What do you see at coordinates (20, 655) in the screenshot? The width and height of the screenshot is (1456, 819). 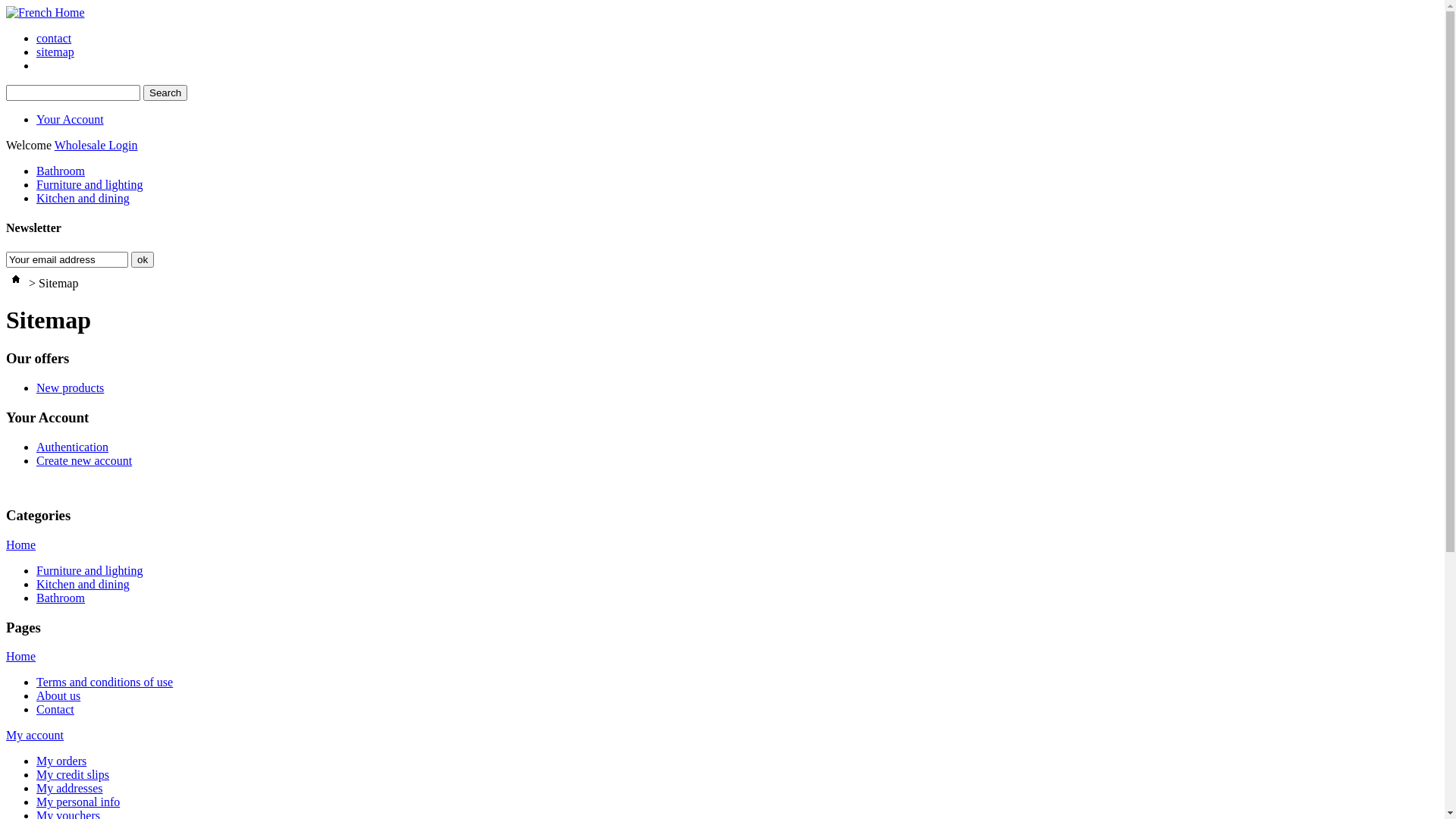 I see `'Home'` at bounding box center [20, 655].